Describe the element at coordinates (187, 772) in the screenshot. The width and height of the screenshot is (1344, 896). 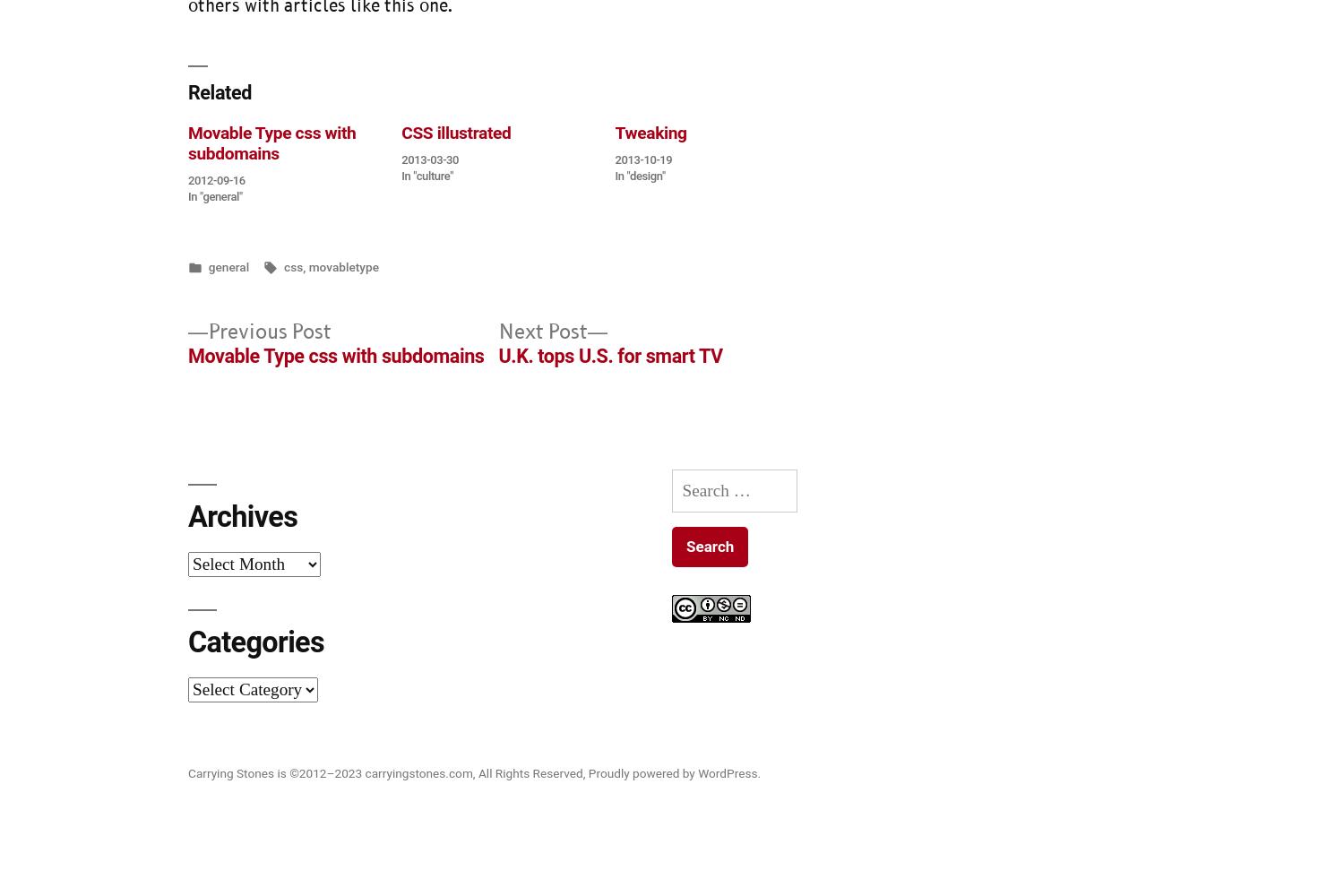
I see `'Carrying Stones is ©2012–2023 carryingstones.com, All Rights Reserved'` at that location.